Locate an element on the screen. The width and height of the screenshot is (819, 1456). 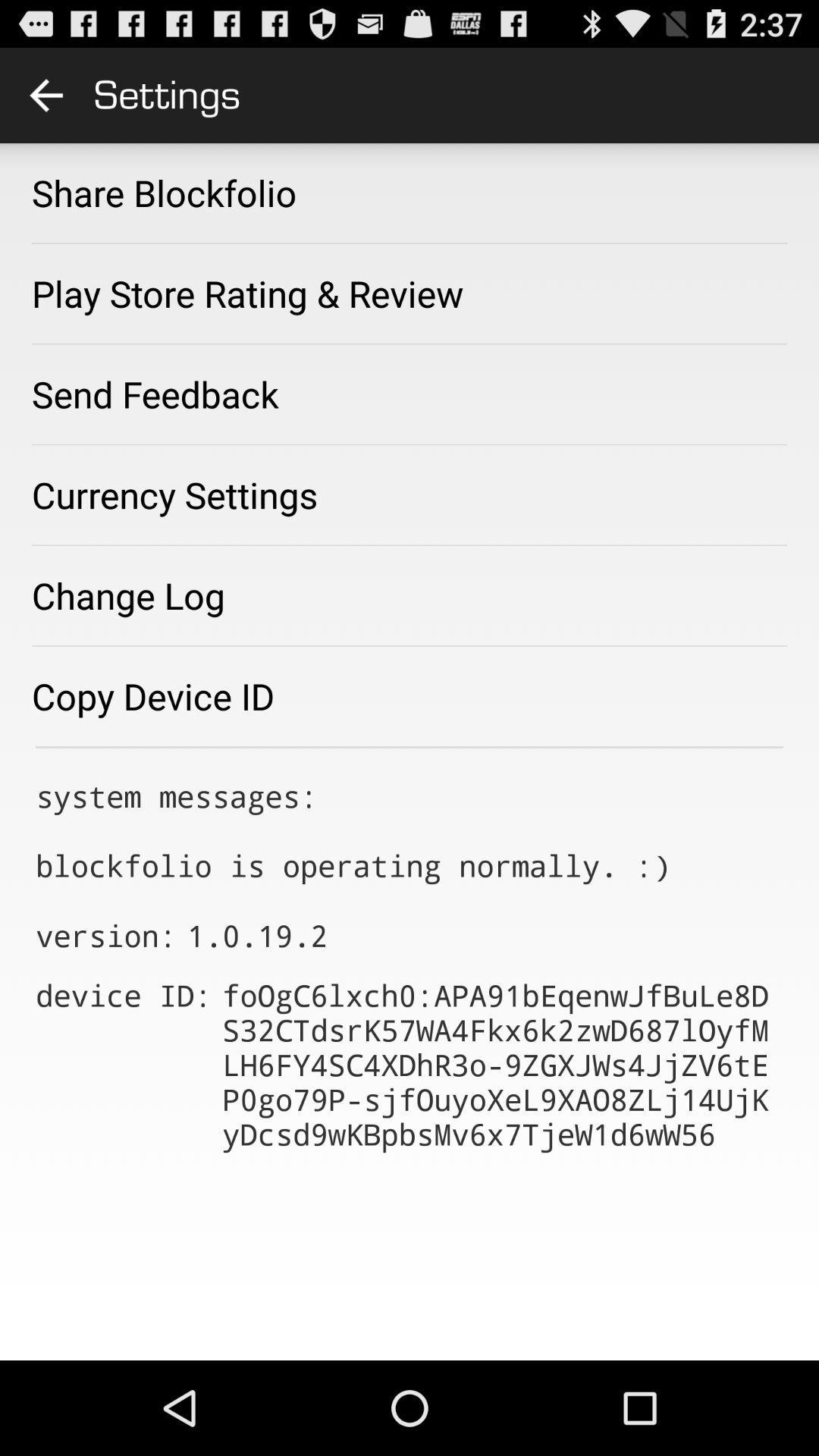
app above the version: is located at coordinates (353, 830).